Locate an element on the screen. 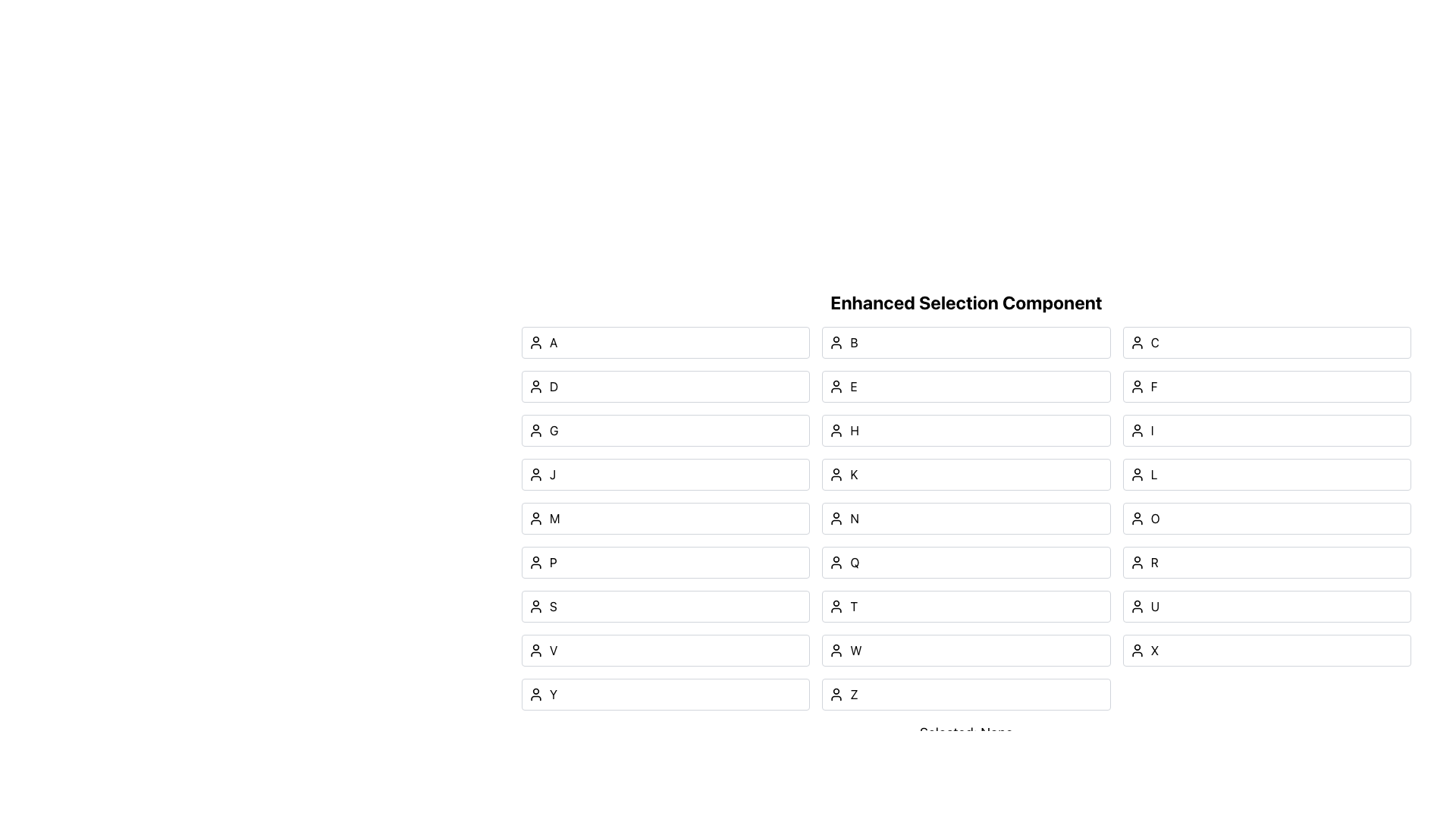  the selectable button representing the letter 'M' in the alphabet selection UI, located in the fifth row of the first column is located at coordinates (666, 517).